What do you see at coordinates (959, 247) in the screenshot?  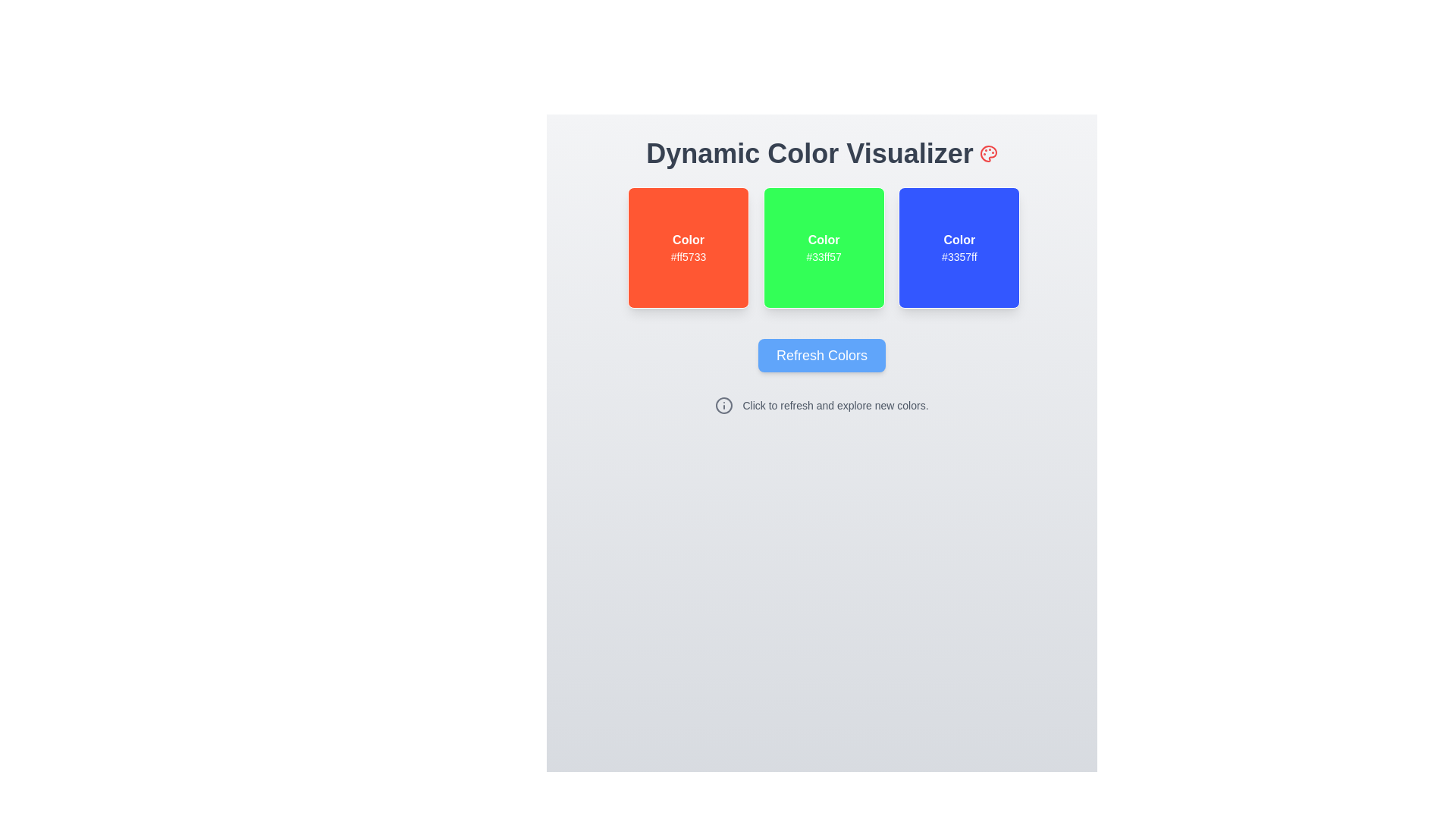 I see `the Color display block button, which is a square button with a vibrant blue background and features the text 'Color' and '#3357FF'` at bounding box center [959, 247].